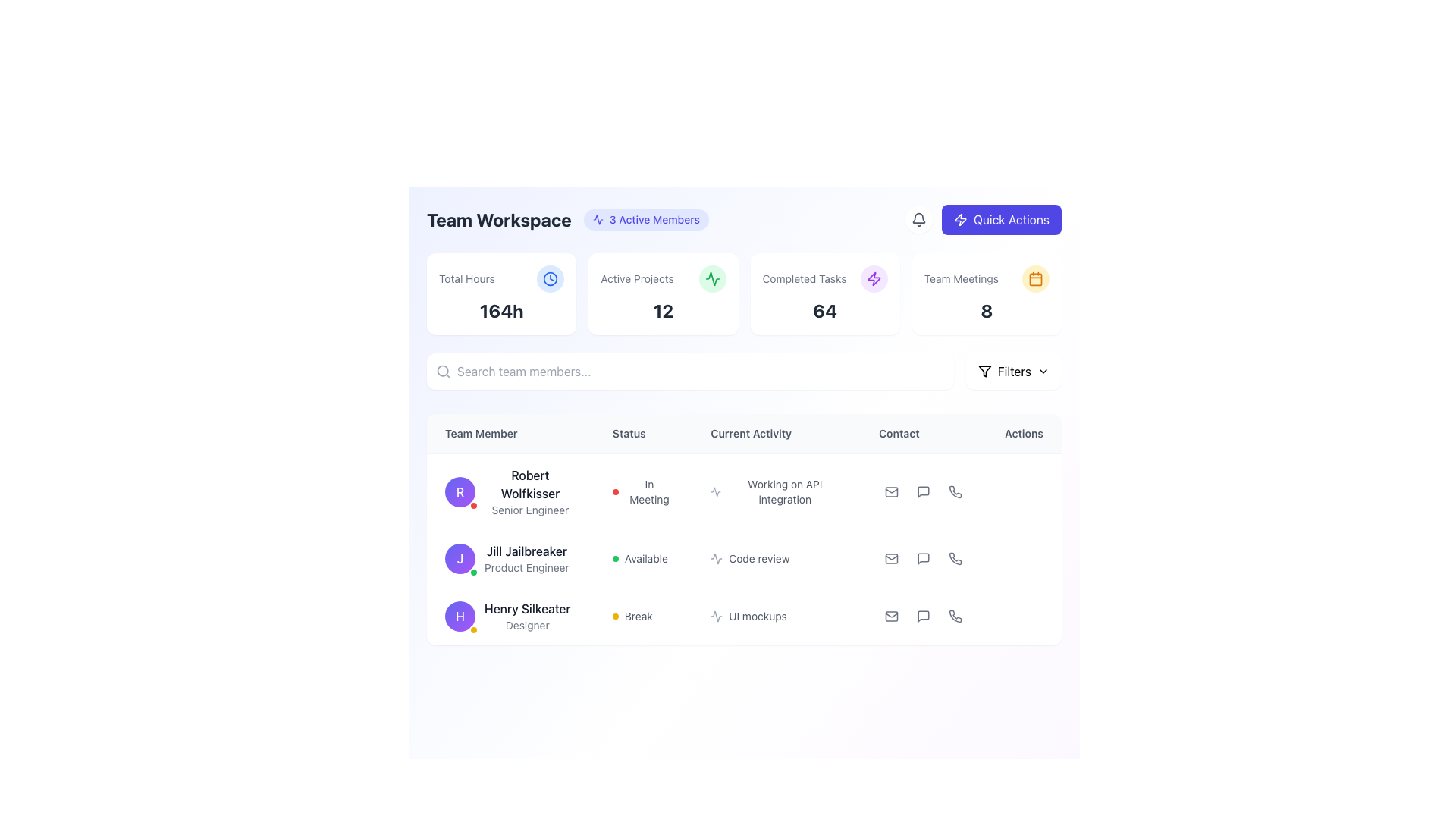 This screenshot has width=1456, height=819. Describe the element at coordinates (744, 529) in the screenshot. I see `a row in the user data display table located centrally below the 'Team Workspace' section and above the footer of the interface` at that location.